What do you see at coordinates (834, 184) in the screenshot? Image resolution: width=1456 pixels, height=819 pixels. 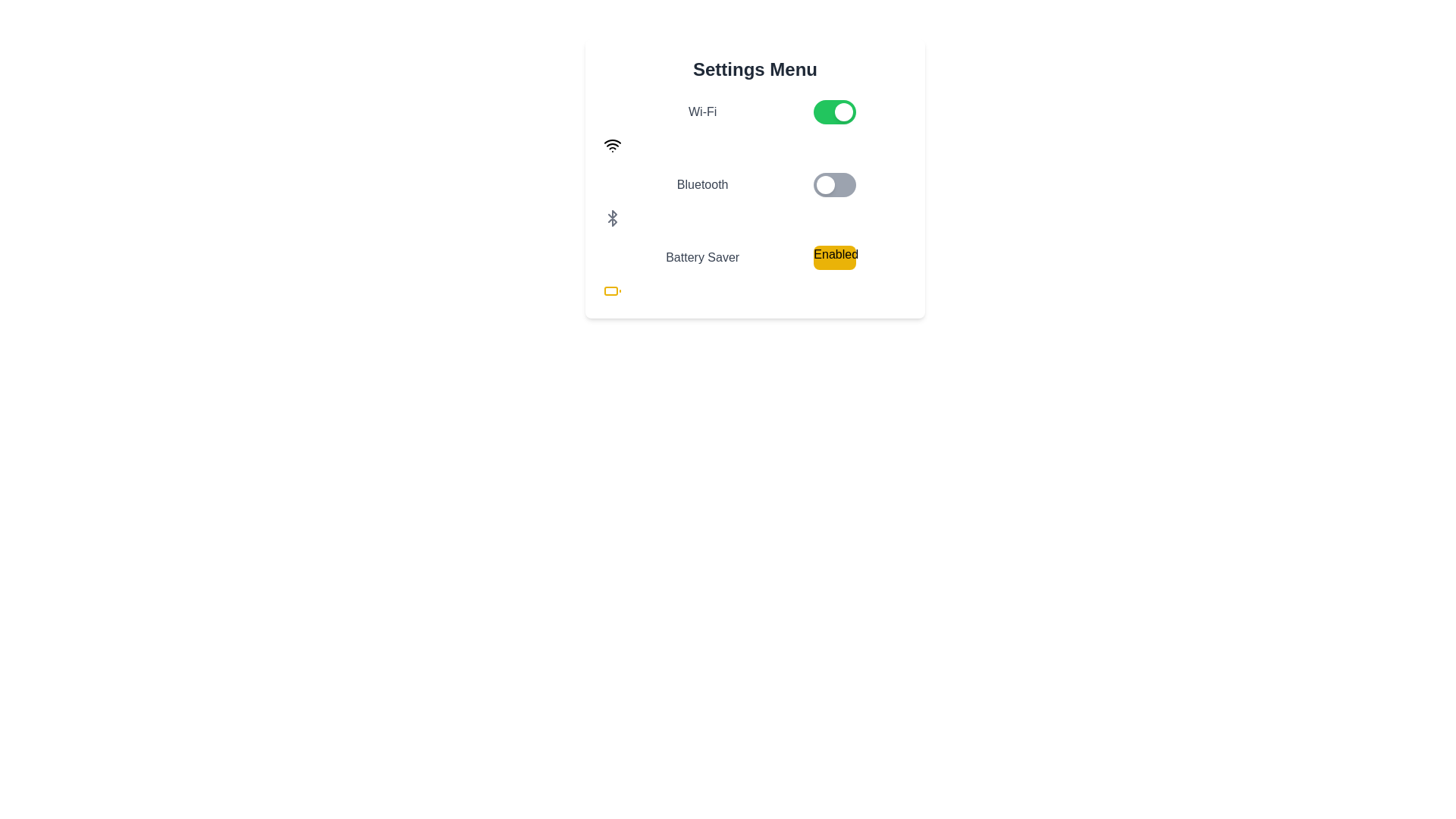 I see `the toggle switch in the Settings Menu, which is a rounded rectangular switch with a gray background and a smaller white circular element on the left side` at bounding box center [834, 184].